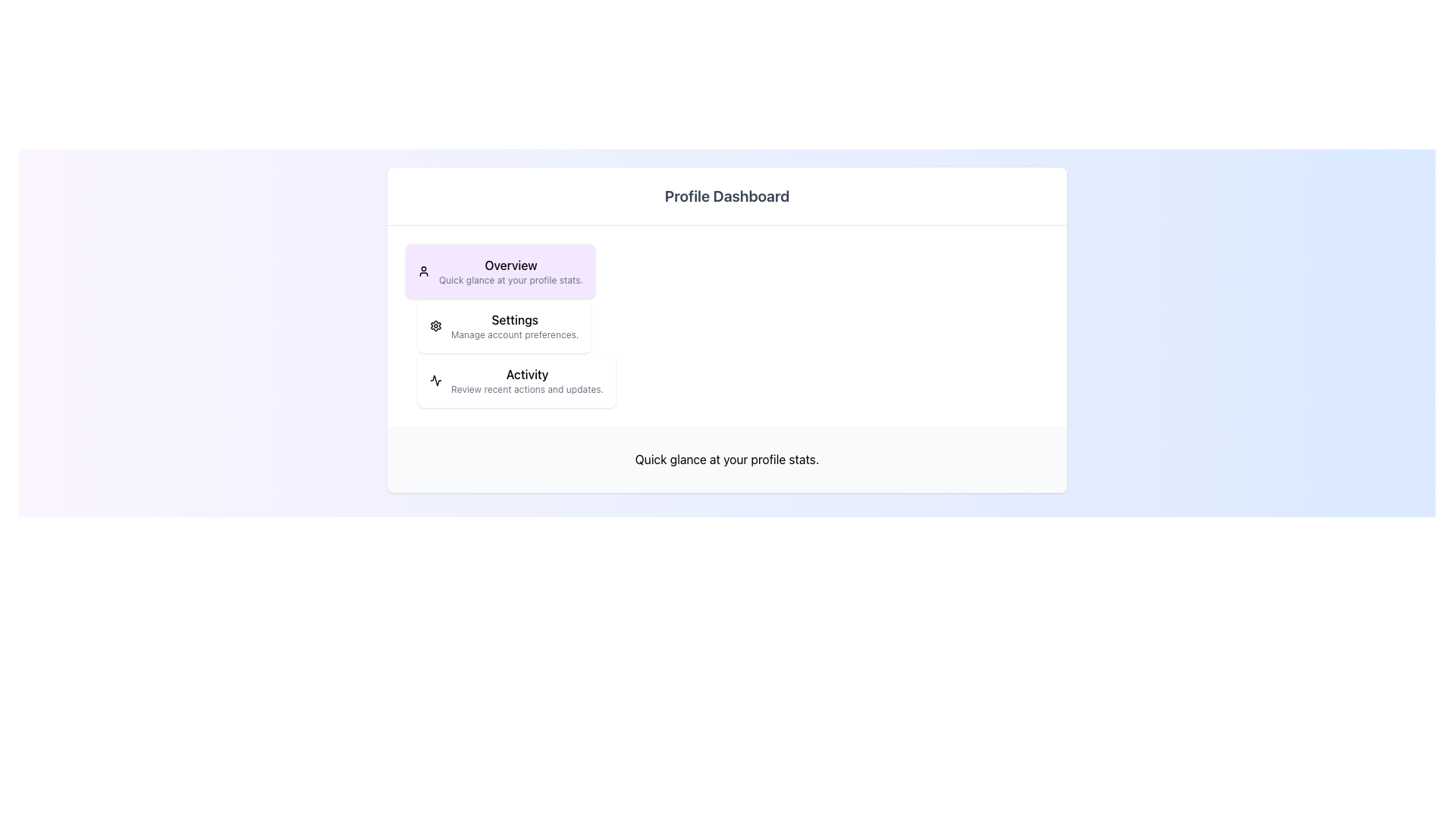 This screenshot has height=819, width=1456. I want to click on the static text label for the Settings section, so click(515, 325).